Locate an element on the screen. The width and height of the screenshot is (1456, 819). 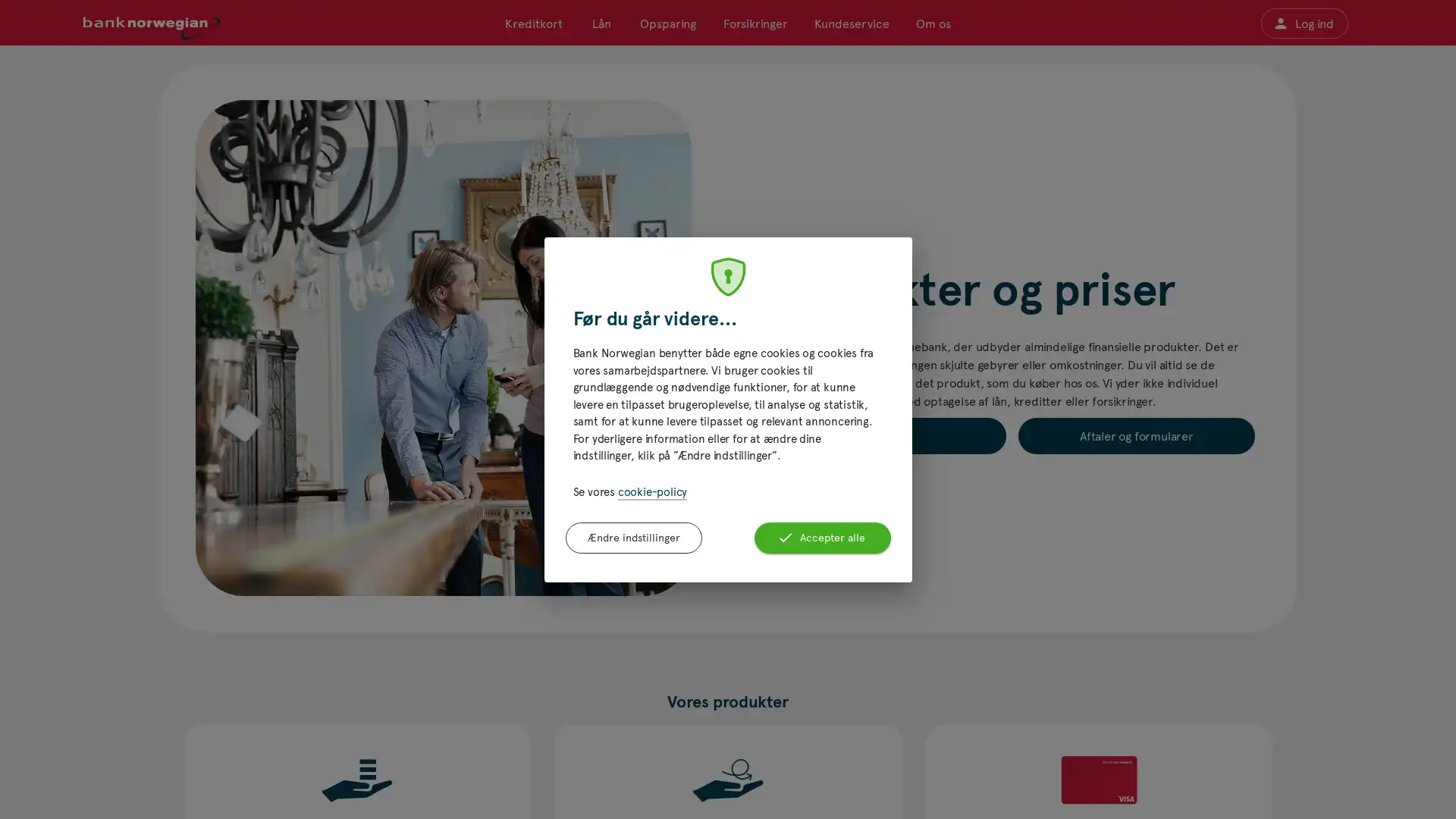
Om os is located at coordinates (931, 23).